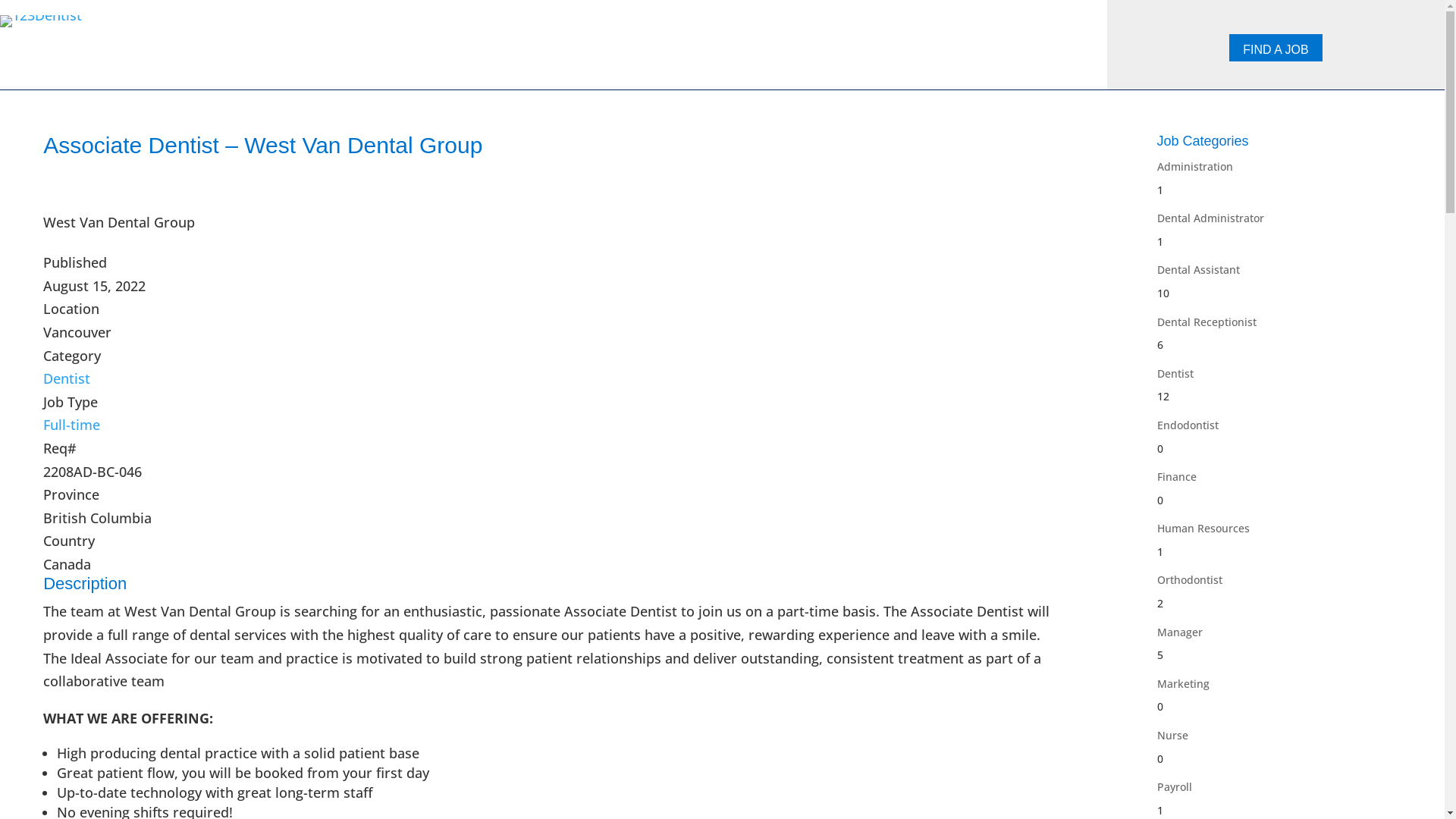 This screenshot has width=1456, height=819. I want to click on 'Dental Administrator', so click(1210, 218).